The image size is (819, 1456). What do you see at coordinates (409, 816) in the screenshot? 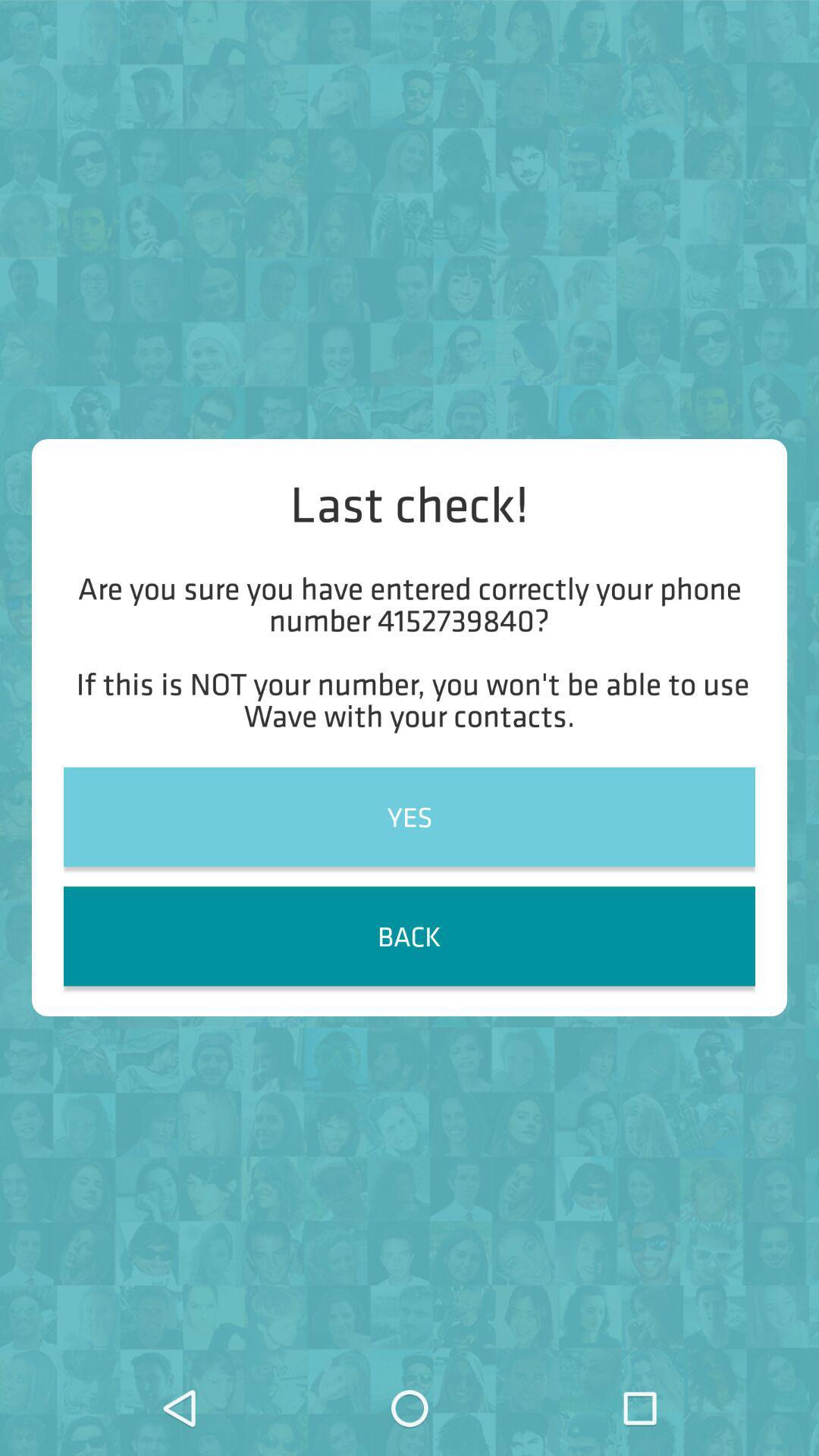
I see `the yes item` at bounding box center [409, 816].